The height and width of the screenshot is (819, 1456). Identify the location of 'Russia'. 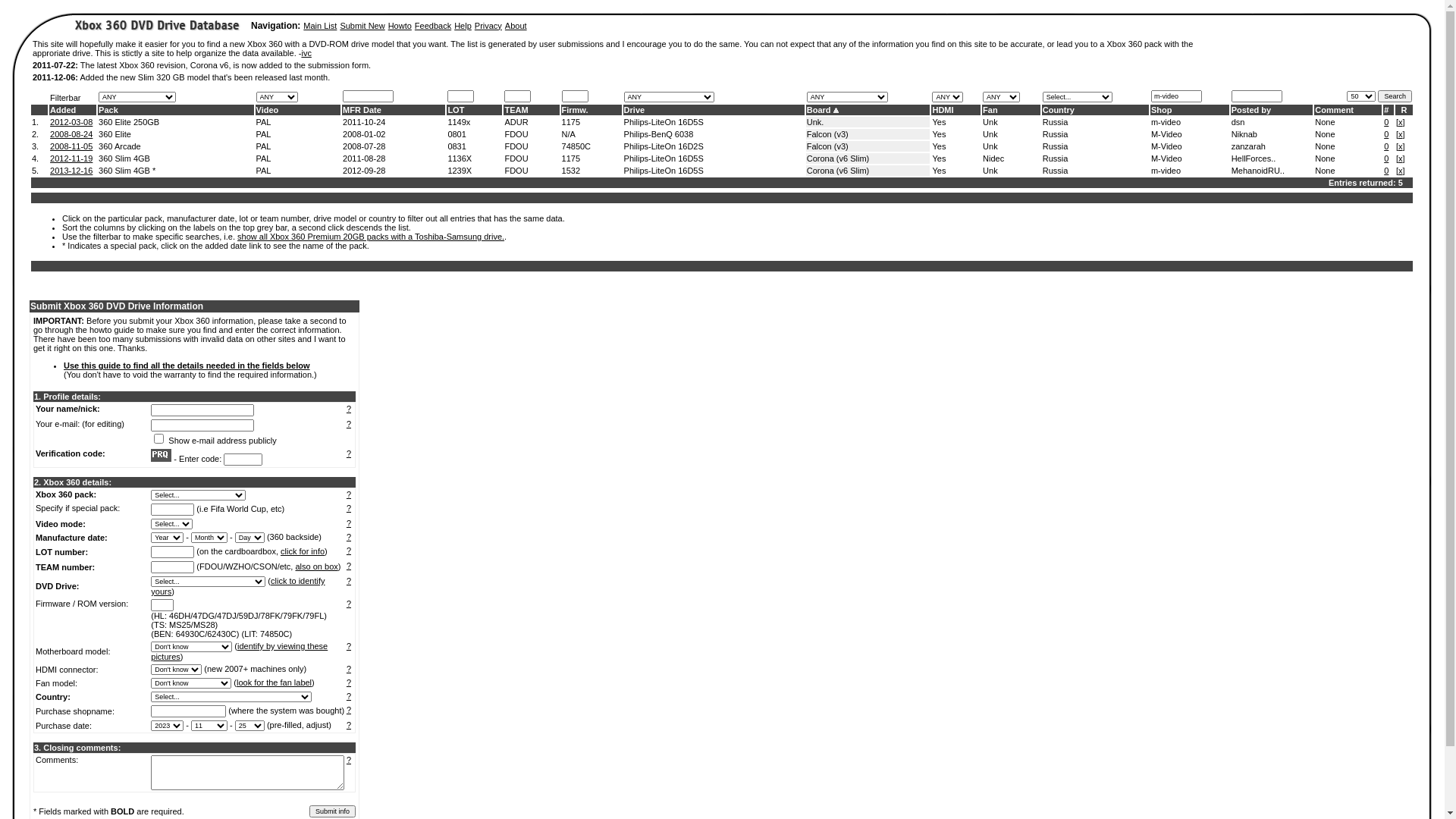
(1055, 133).